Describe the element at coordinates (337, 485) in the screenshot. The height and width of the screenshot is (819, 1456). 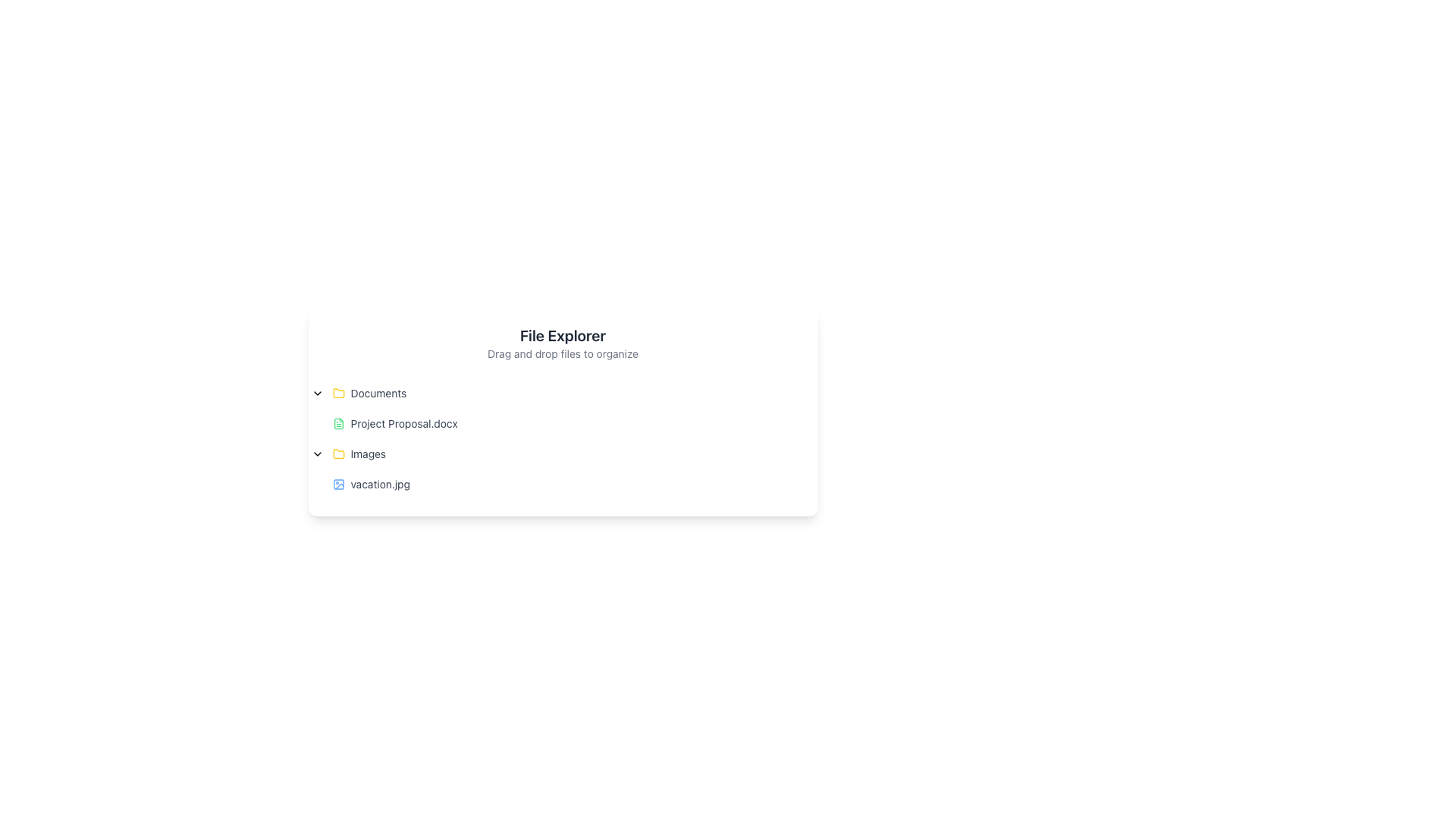
I see `the blue outlined icon representing 'vacation.jpg'` at that location.